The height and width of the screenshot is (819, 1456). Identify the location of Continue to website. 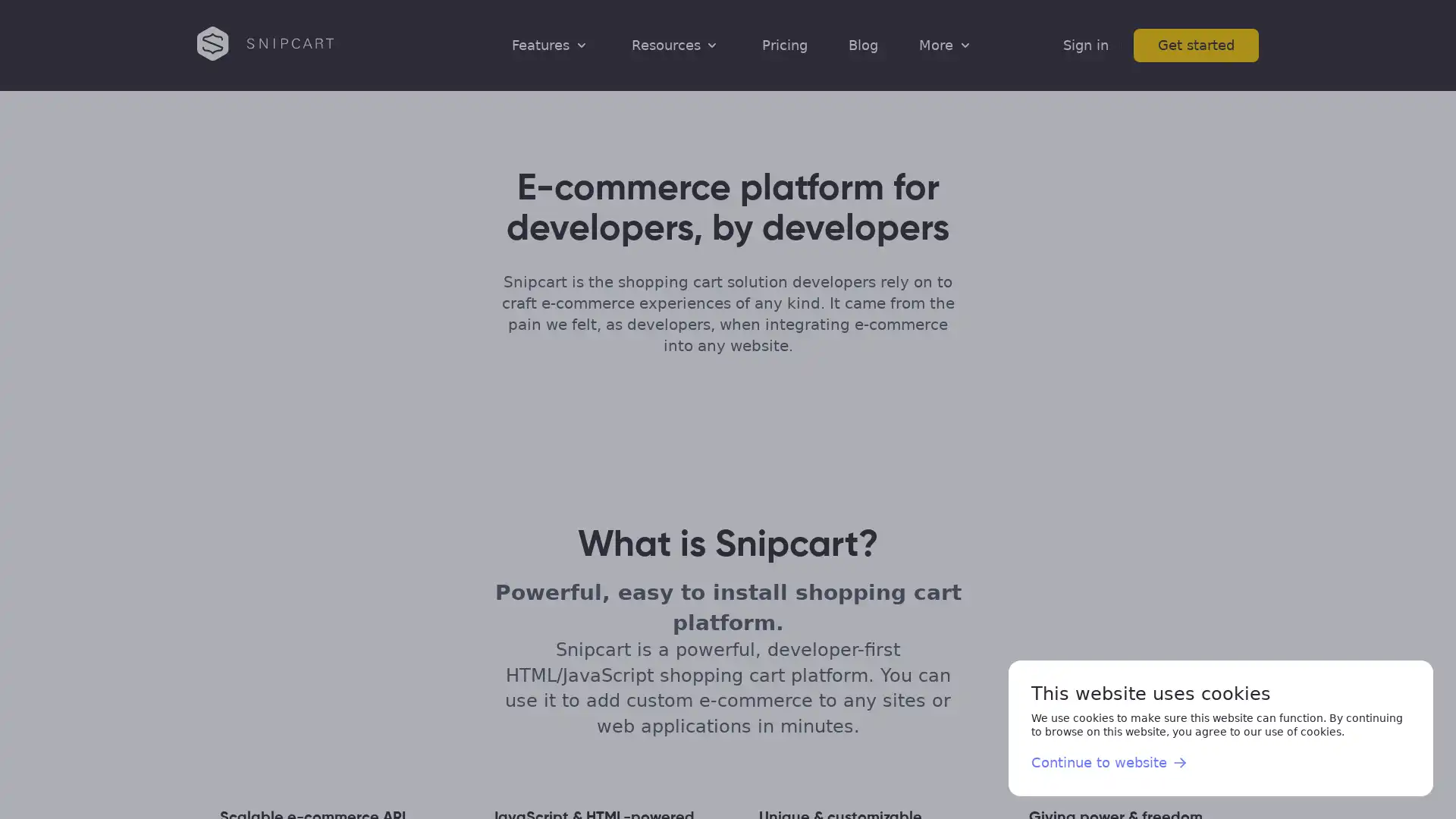
(1109, 763).